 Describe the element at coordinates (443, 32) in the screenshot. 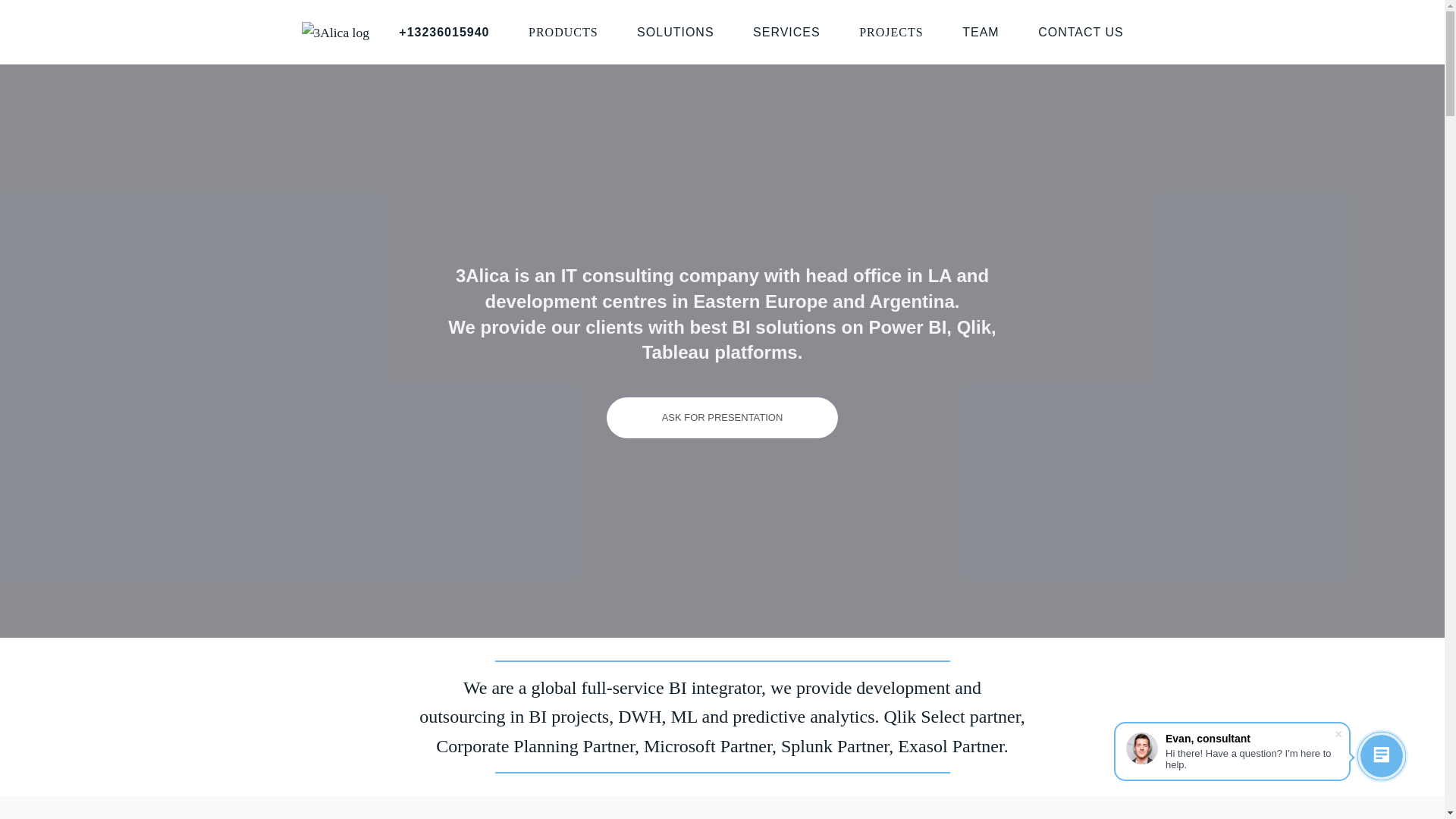

I see `'+13236015940'` at that location.